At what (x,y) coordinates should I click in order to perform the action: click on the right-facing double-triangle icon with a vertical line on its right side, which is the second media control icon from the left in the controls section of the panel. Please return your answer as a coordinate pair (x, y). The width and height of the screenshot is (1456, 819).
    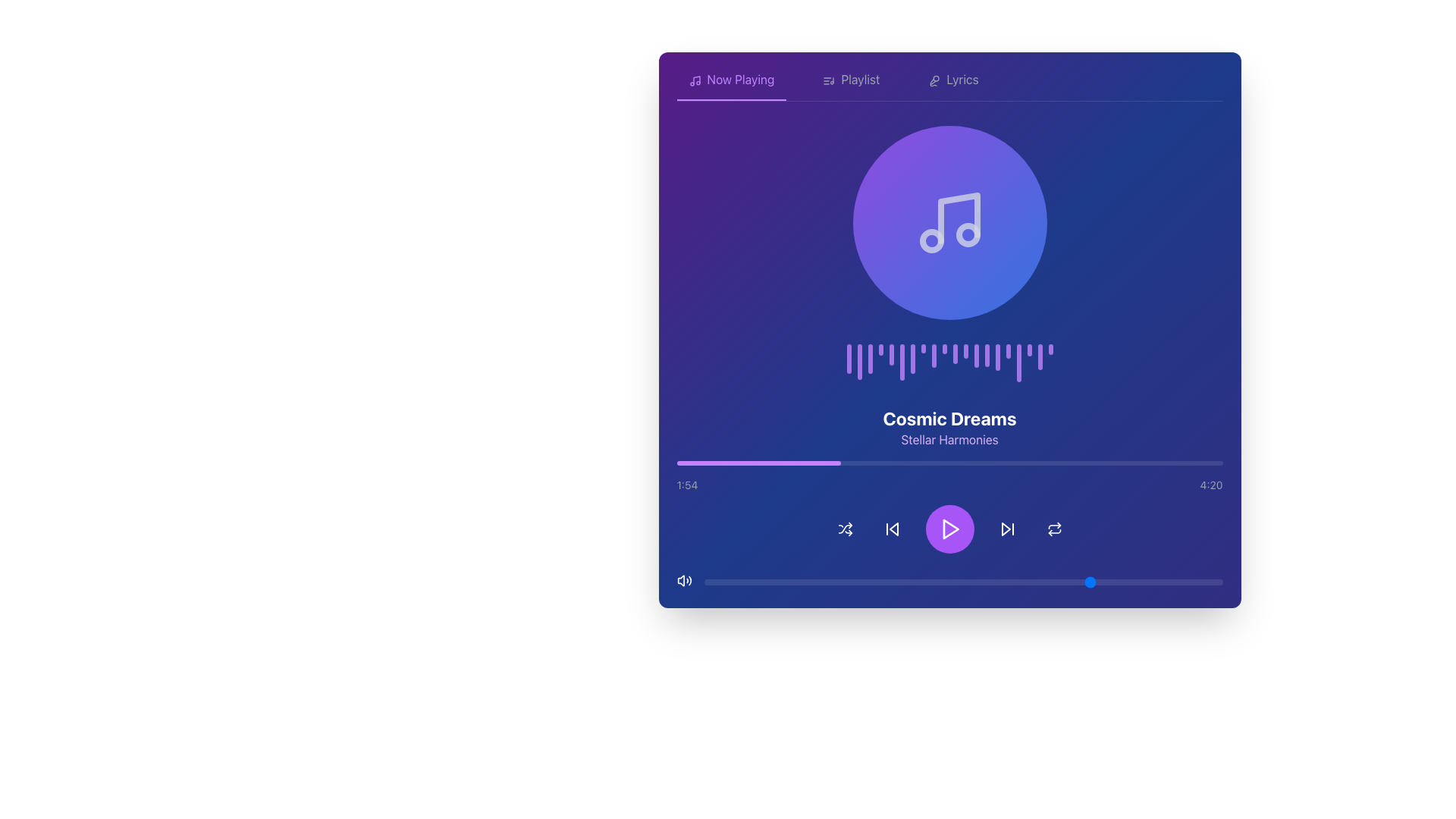
    Looking at the image, I should click on (1007, 529).